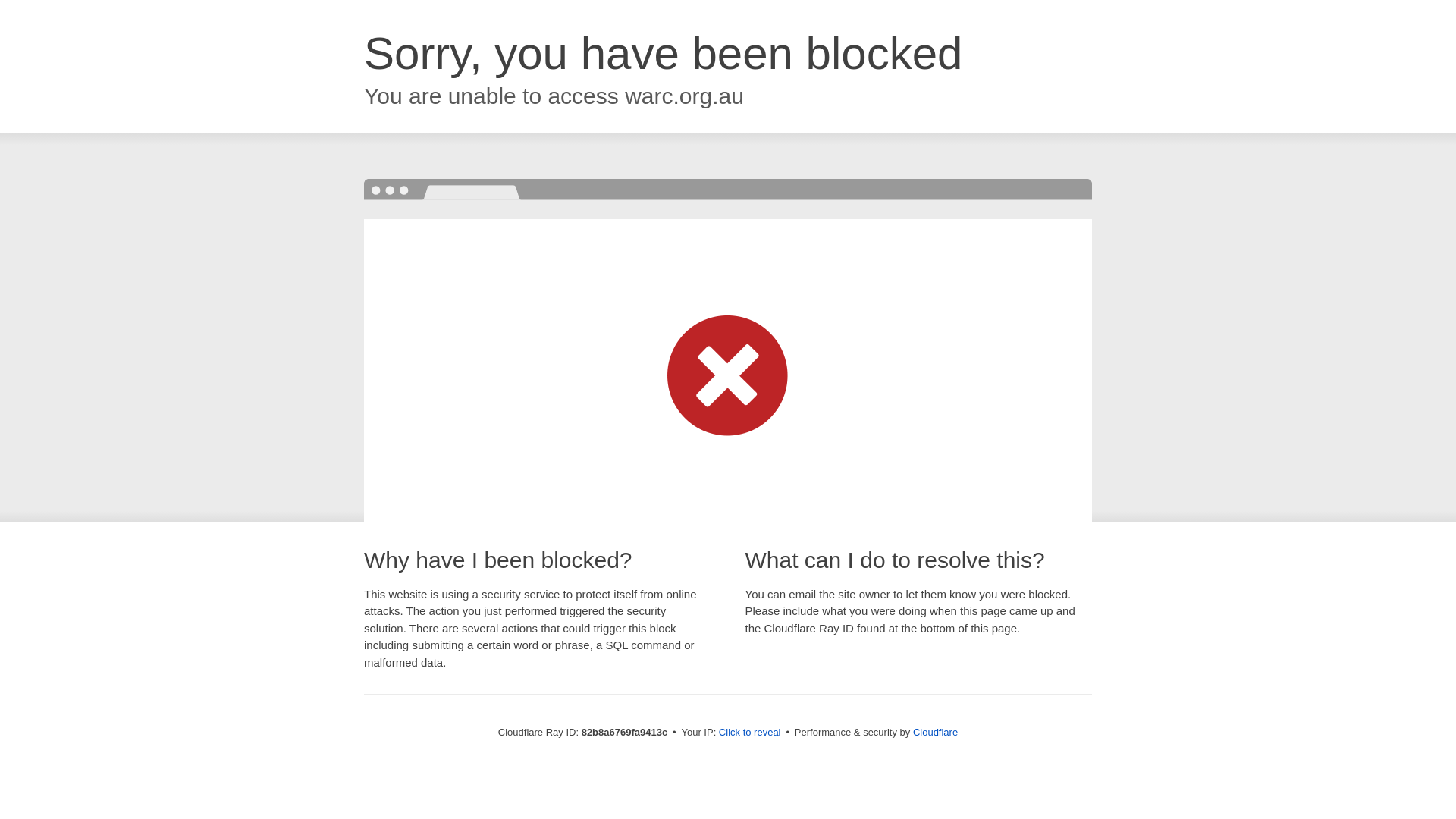  I want to click on 'Click to reveal', so click(749, 731).